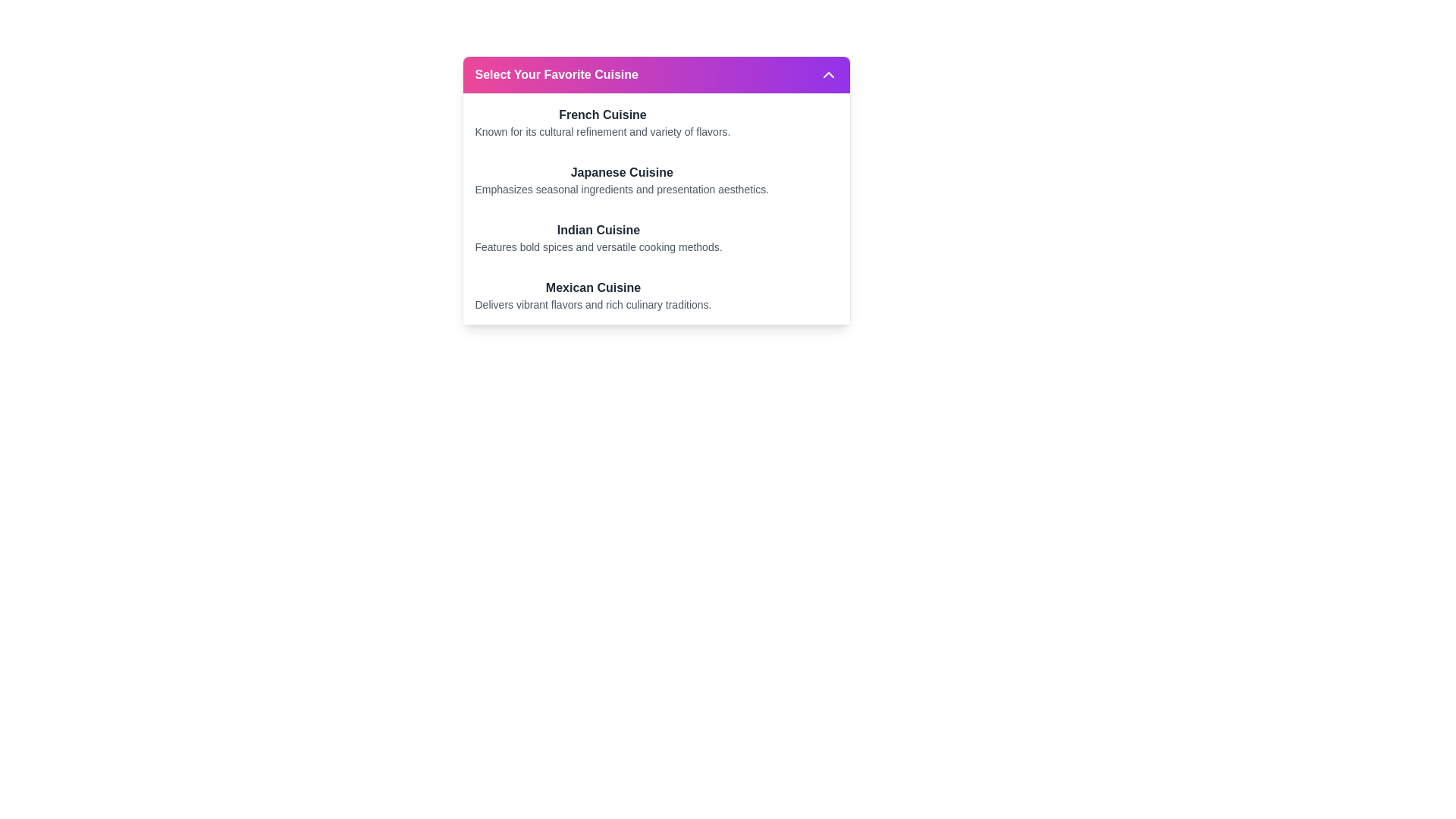  Describe the element at coordinates (592, 295) in the screenshot. I see `information from the text block titled 'Mexican Cuisine', which includes a heading in bold dark gray and a descriptive subtext in lighter gray` at that location.